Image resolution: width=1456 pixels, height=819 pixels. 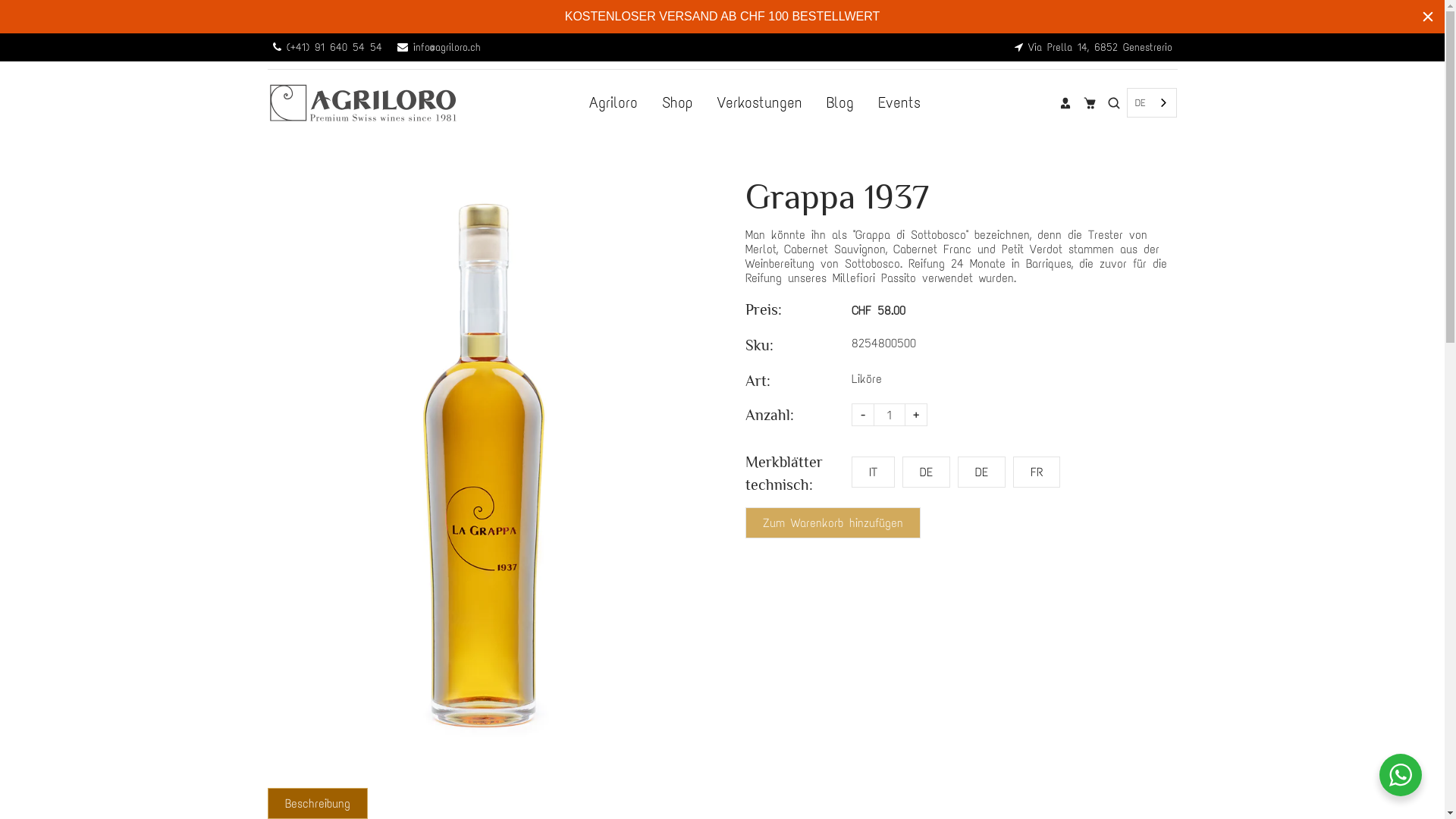 I want to click on '-', so click(x=862, y=415).